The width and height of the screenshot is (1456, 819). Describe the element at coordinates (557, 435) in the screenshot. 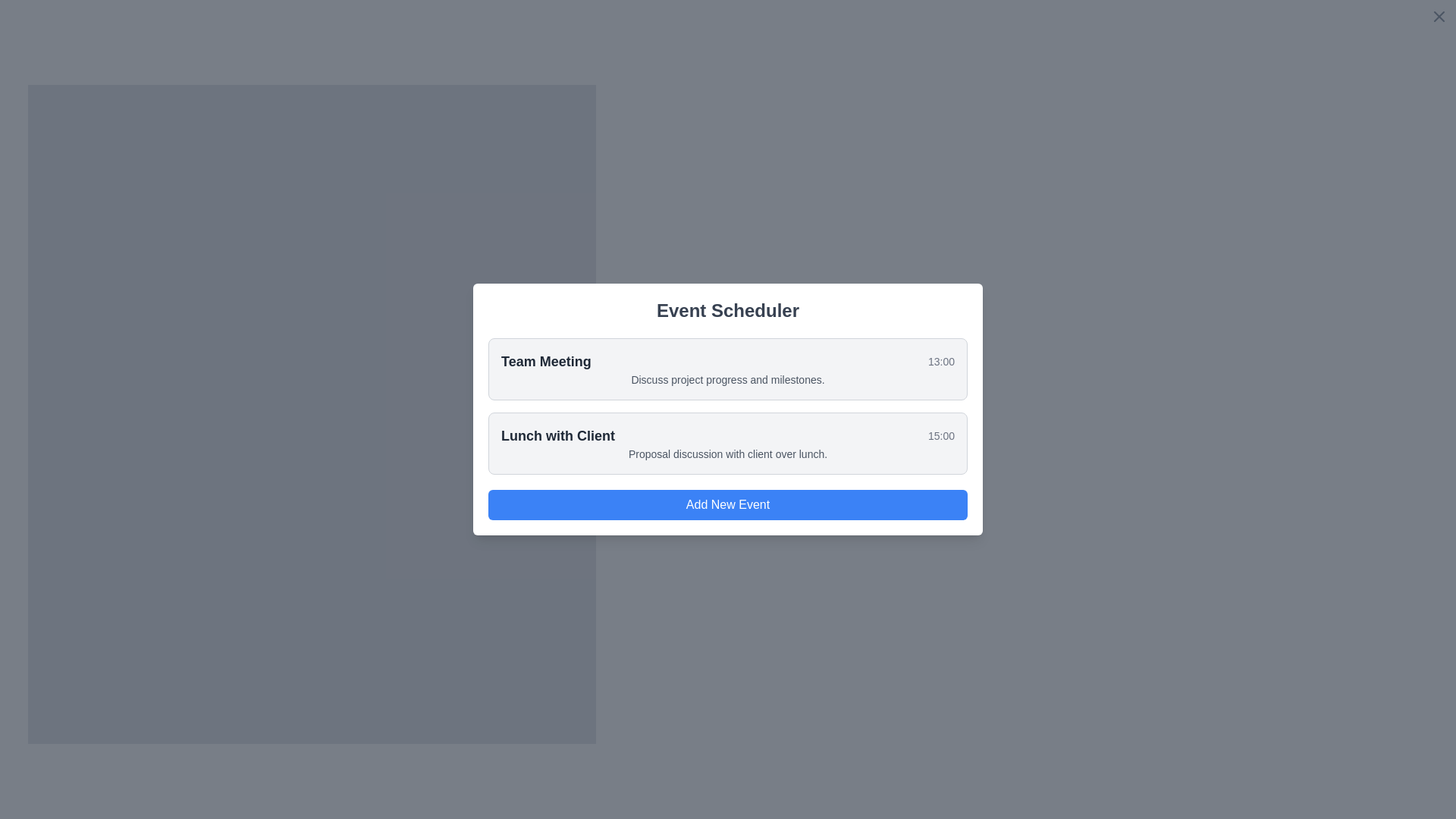

I see `on the title of the second event, 'Lunch with Client', located in the 'Event Scheduler' section` at that location.